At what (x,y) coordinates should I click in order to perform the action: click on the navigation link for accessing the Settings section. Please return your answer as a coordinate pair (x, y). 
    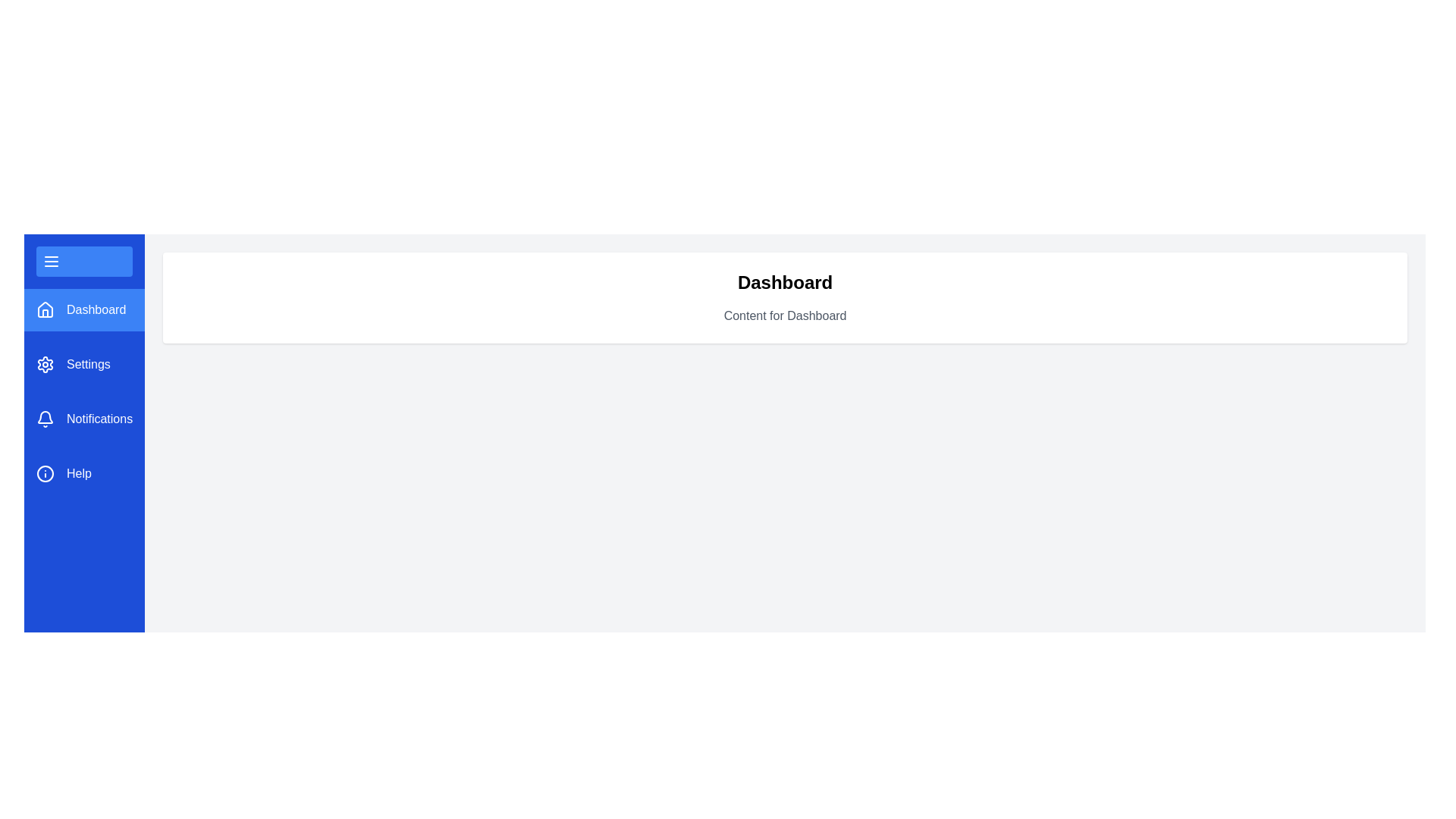
    Looking at the image, I should click on (83, 365).